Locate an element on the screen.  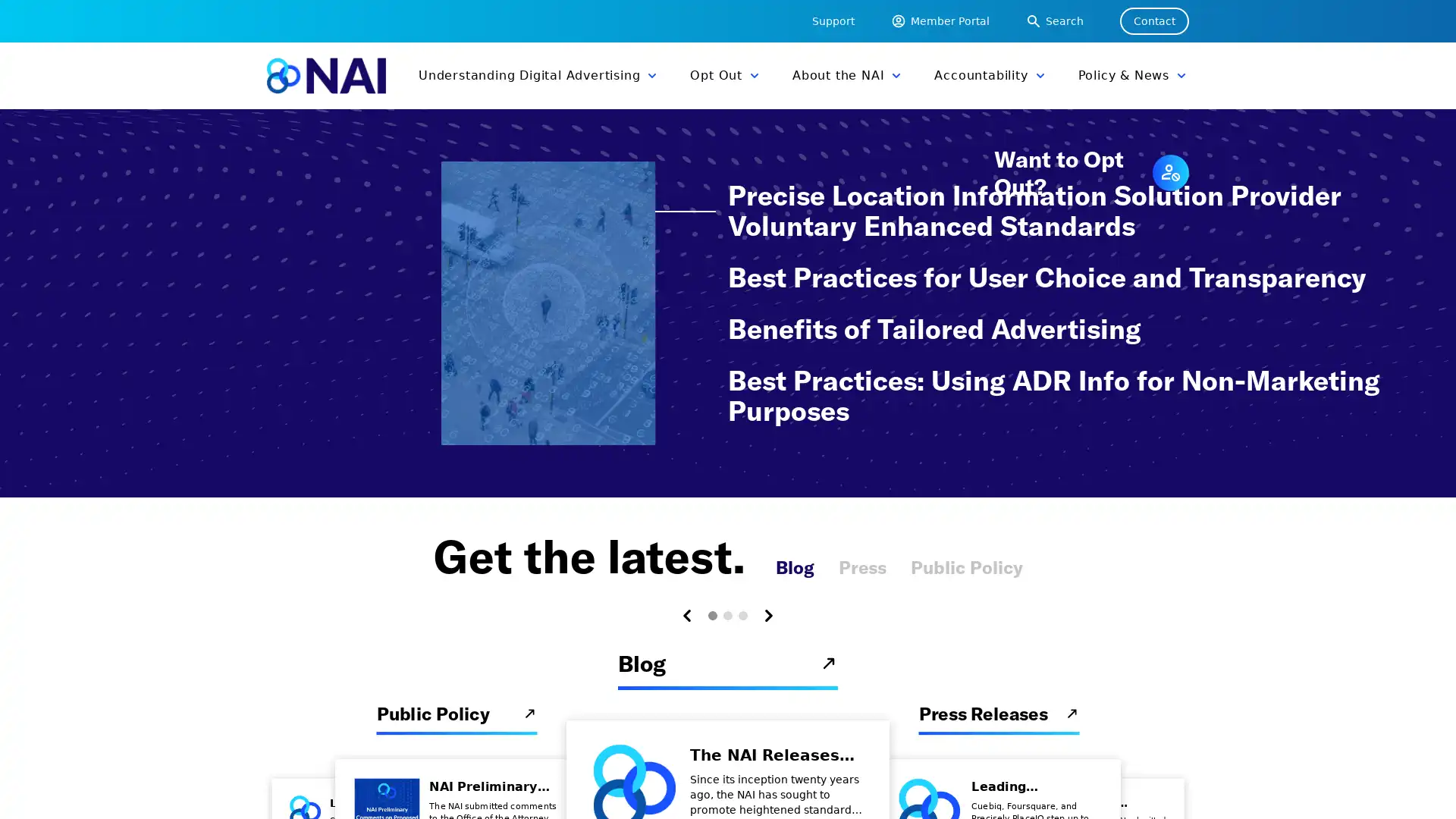
Carousel Page 3 is located at coordinates (742, 616).